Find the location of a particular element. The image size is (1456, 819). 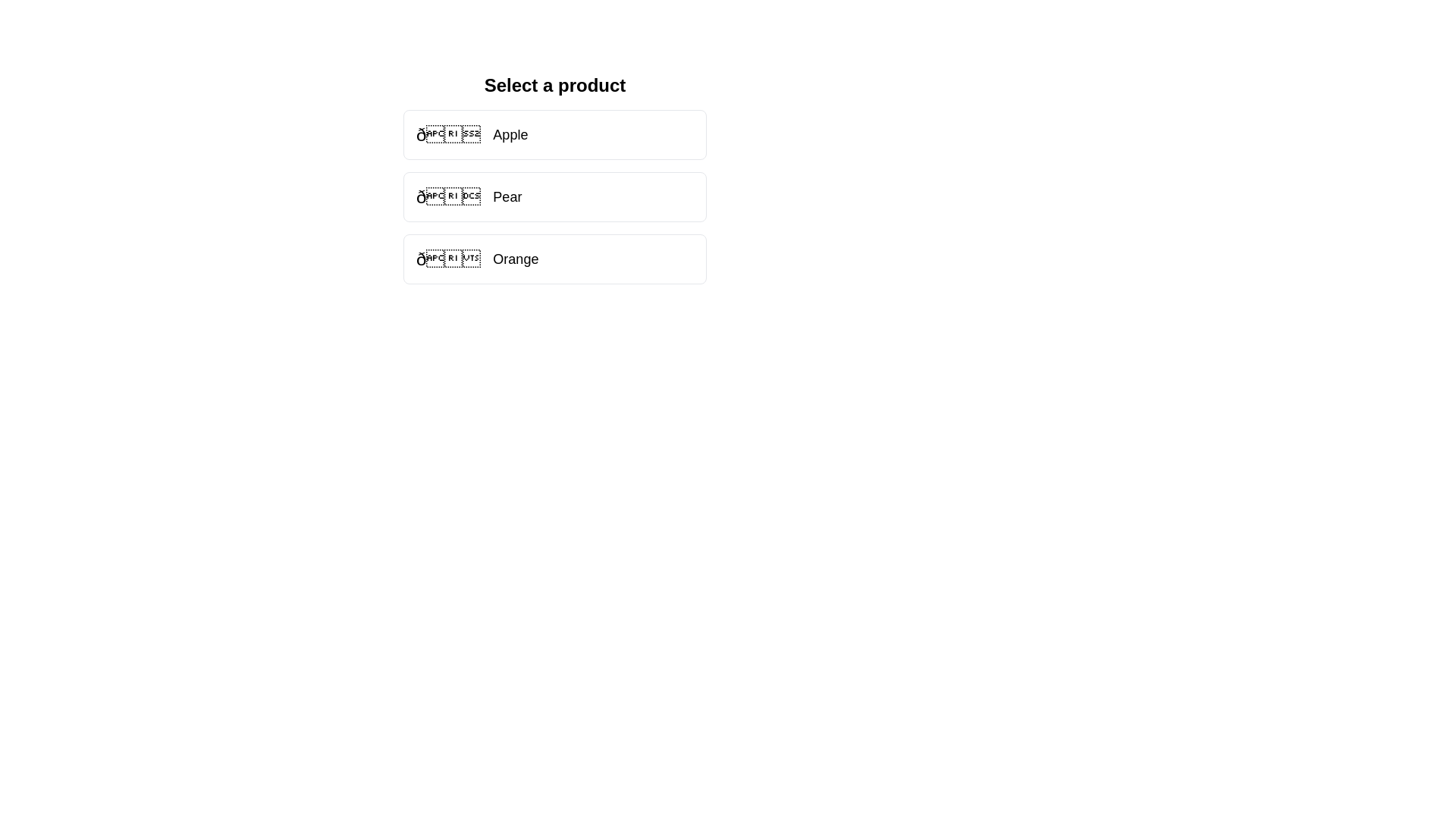

text of the Text heading element, which indicates that the following items are part of a product selection process is located at coordinates (554, 85).